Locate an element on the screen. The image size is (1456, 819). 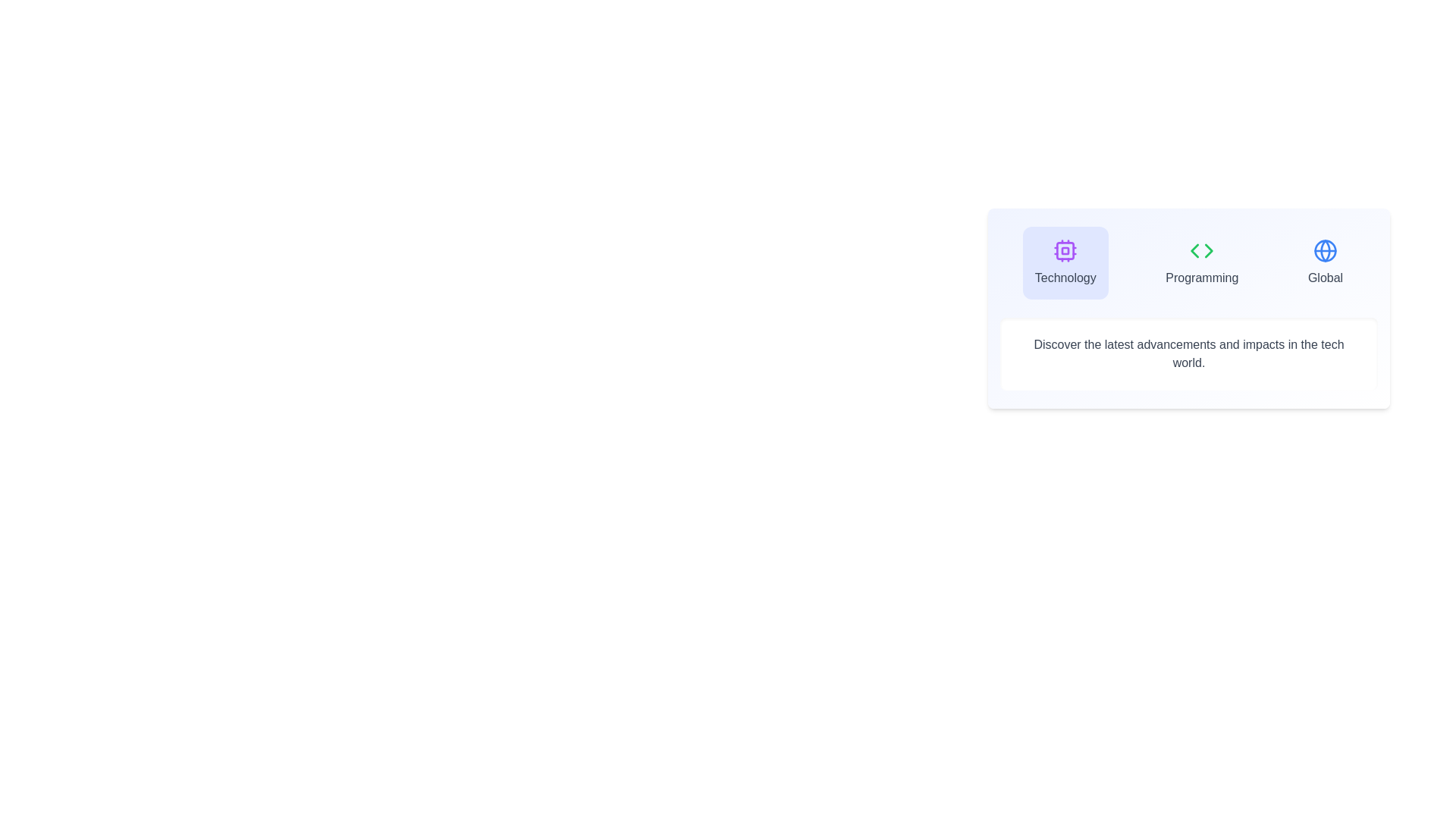
the tab labeled Global to view its content is located at coordinates (1324, 262).